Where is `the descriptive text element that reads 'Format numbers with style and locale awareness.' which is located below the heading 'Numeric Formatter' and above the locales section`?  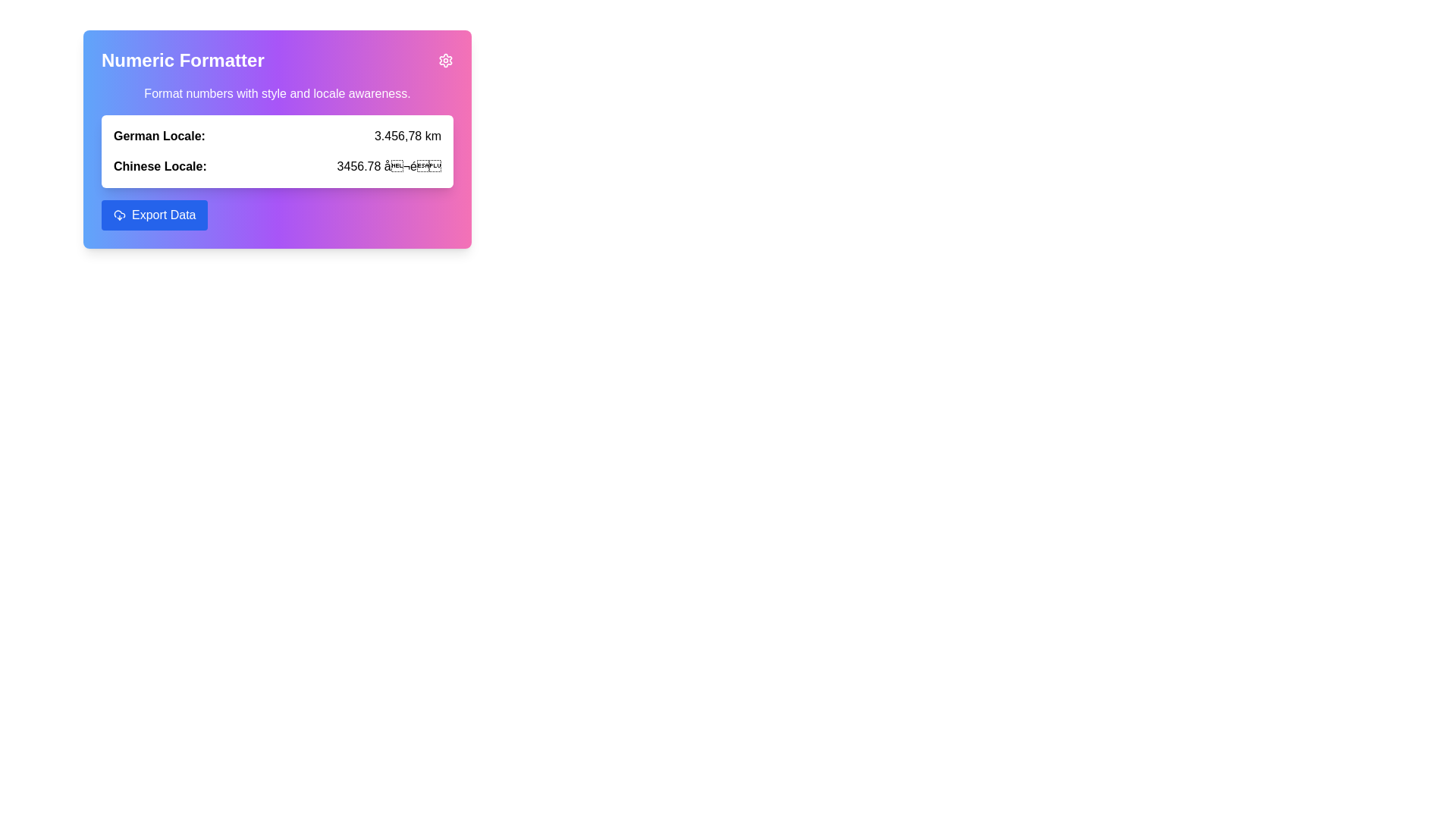
the descriptive text element that reads 'Format numbers with style and locale awareness.' which is located below the heading 'Numeric Formatter' and above the locales section is located at coordinates (277, 93).